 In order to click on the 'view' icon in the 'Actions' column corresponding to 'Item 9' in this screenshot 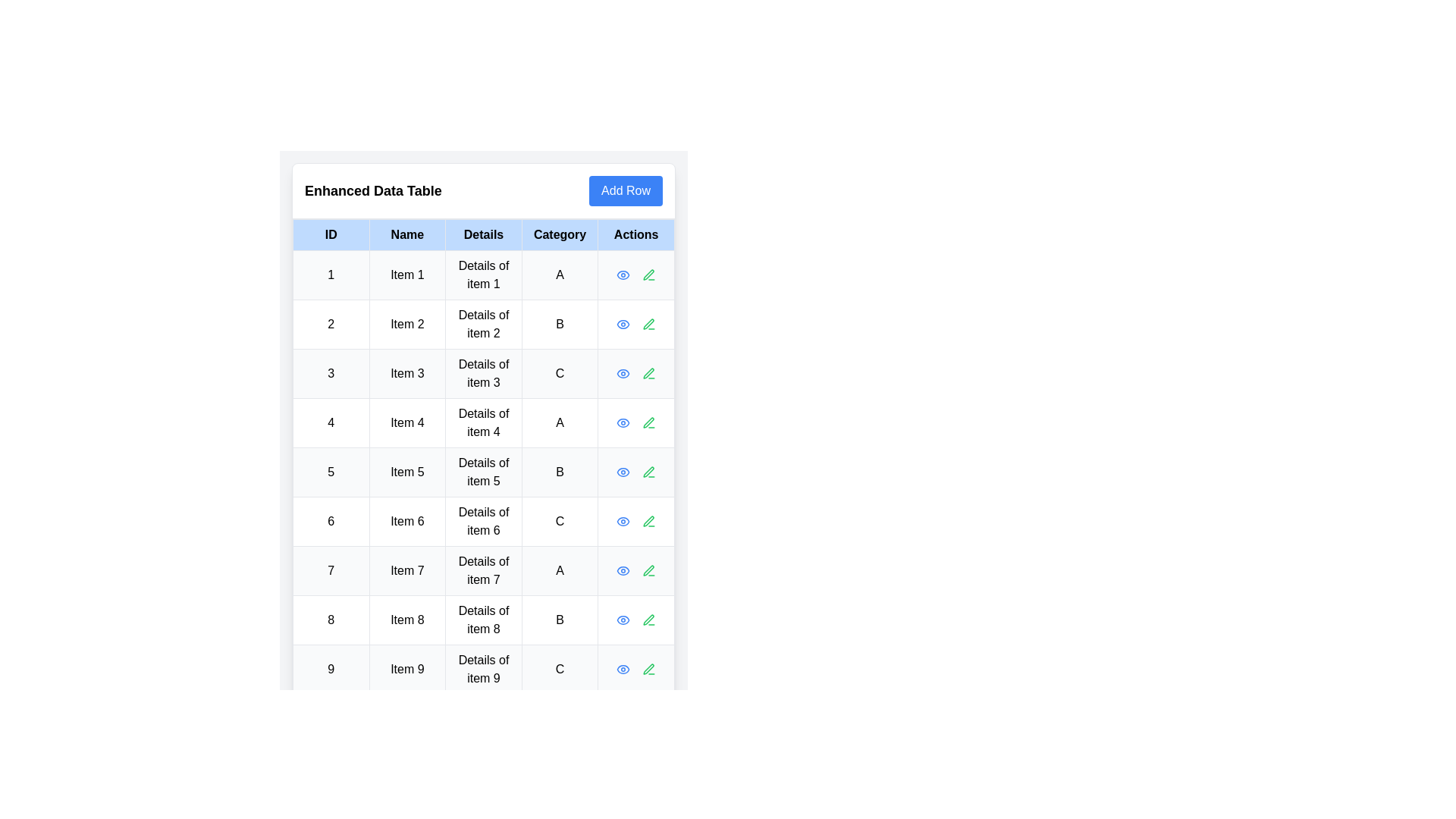, I will do `click(623, 669)`.